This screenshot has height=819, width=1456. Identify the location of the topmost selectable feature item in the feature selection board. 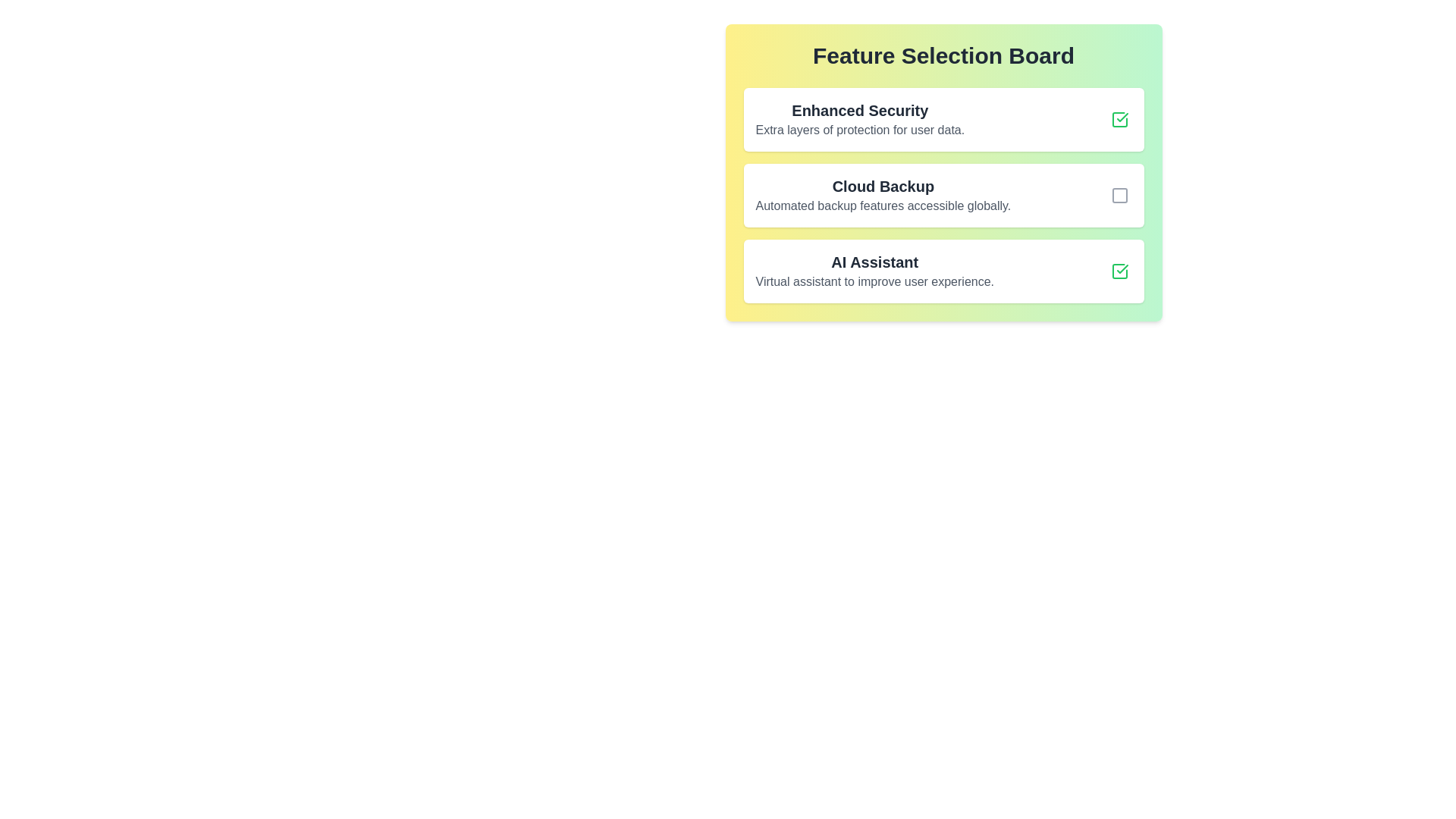
(943, 119).